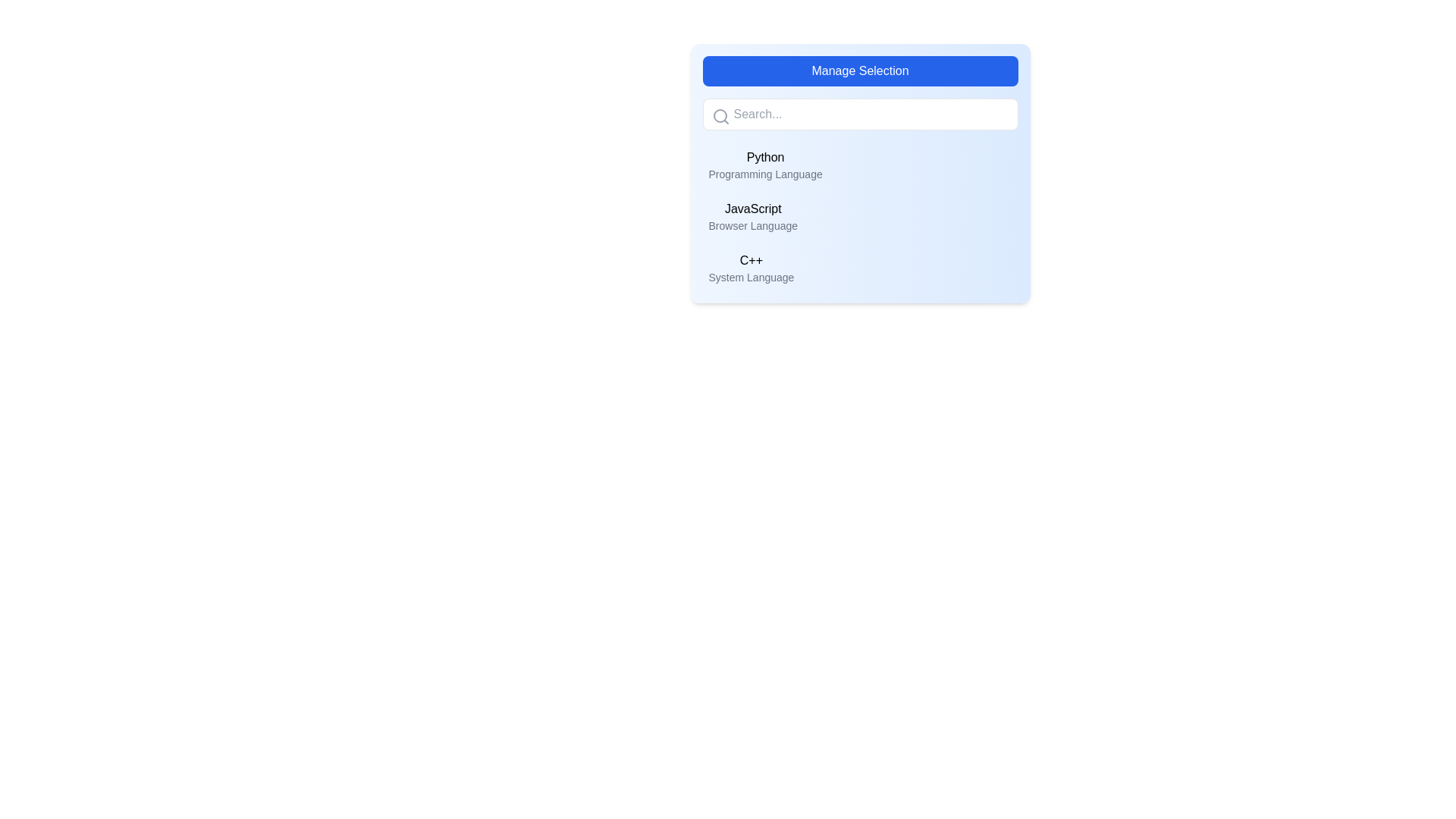 The width and height of the screenshot is (1456, 819). What do you see at coordinates (860, 165) in the screenshot?
I see `the first selectable list item representing the programming language 'Python'` at bounding box center [860, 165].